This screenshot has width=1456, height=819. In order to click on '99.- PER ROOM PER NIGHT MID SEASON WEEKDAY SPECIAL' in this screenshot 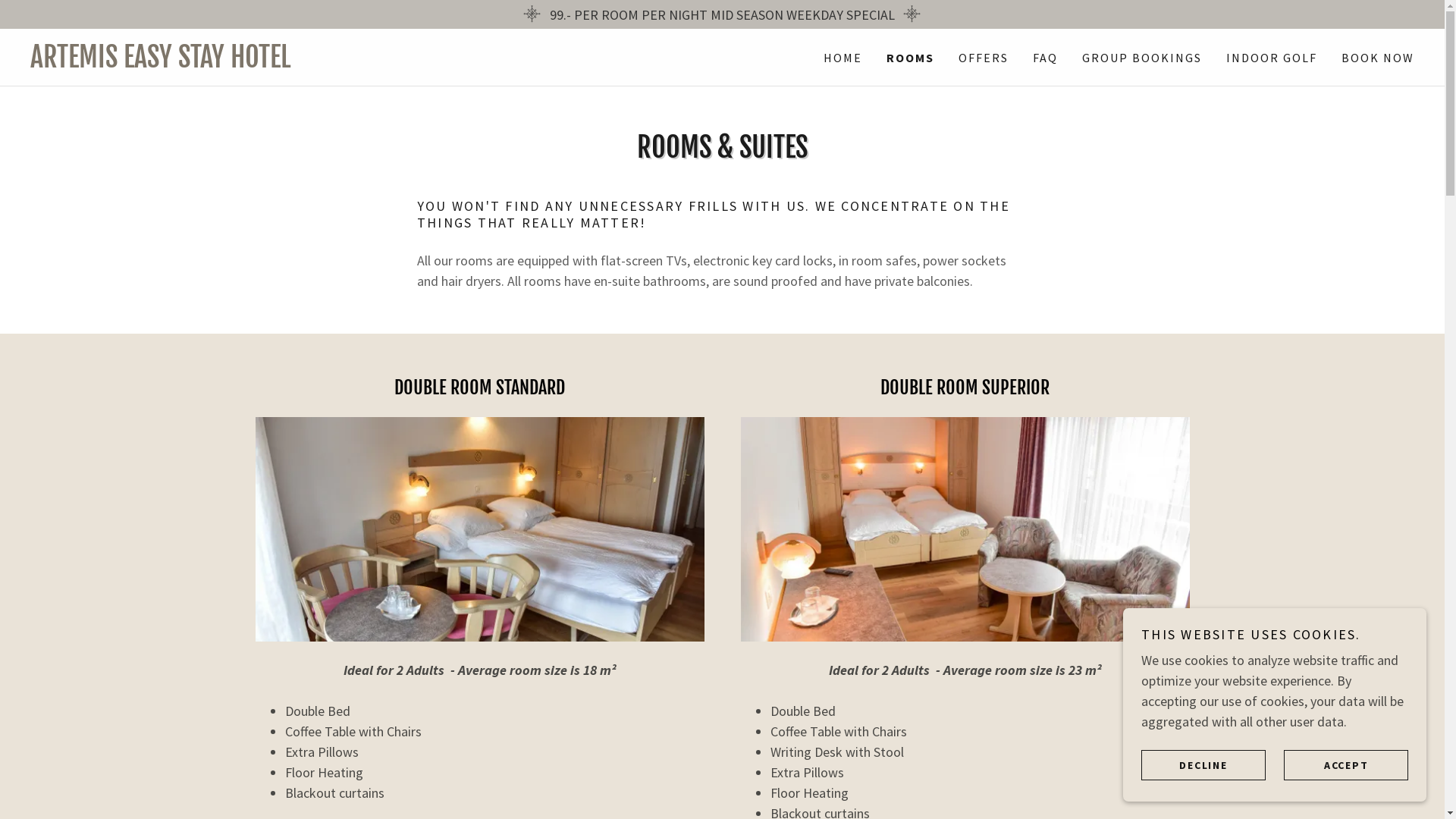, I will do `click(721, 14)`.